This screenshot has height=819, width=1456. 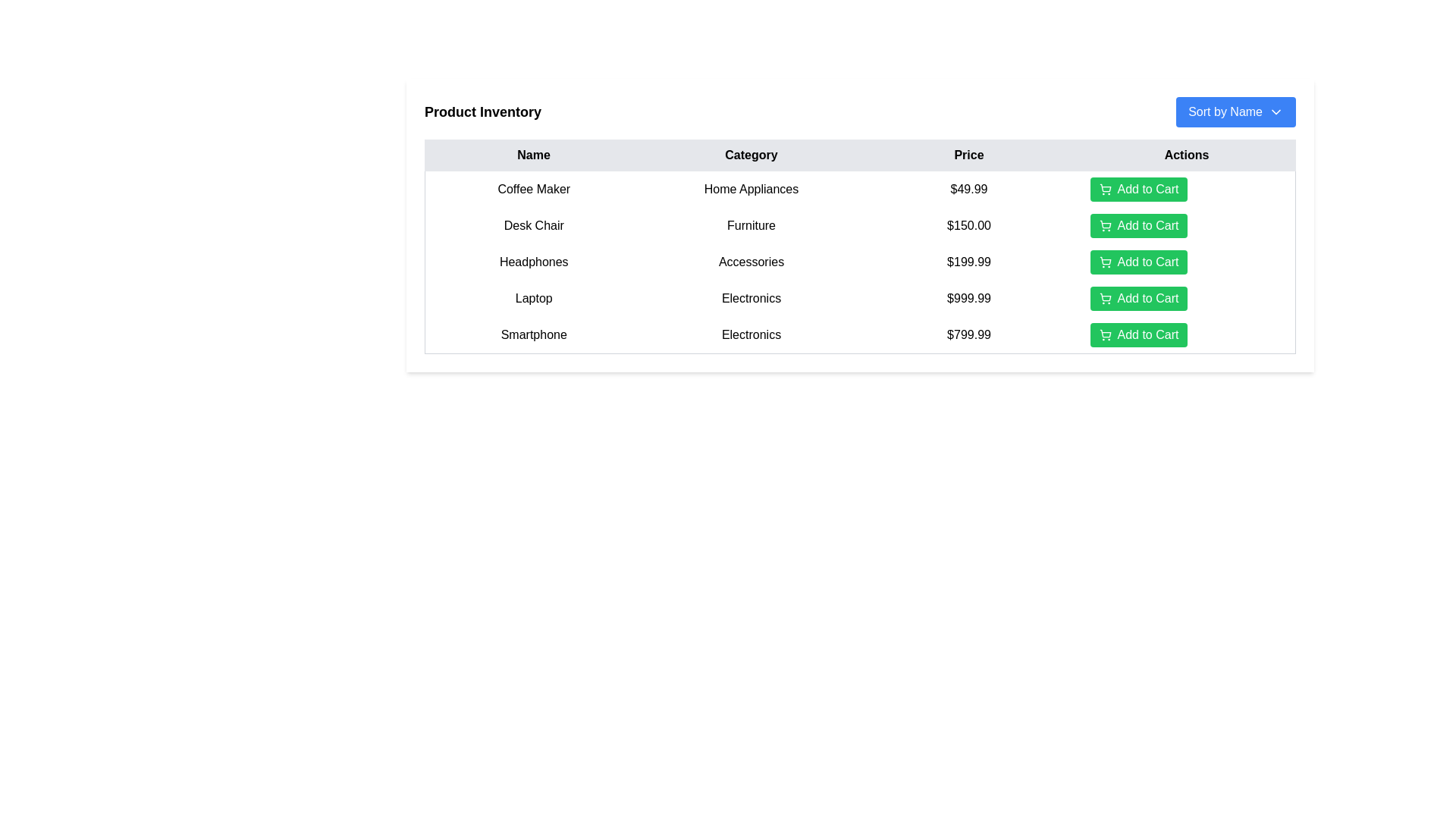 I want to click on the second button under the 'Actions' column in the table, so click(x=1139, y=225).